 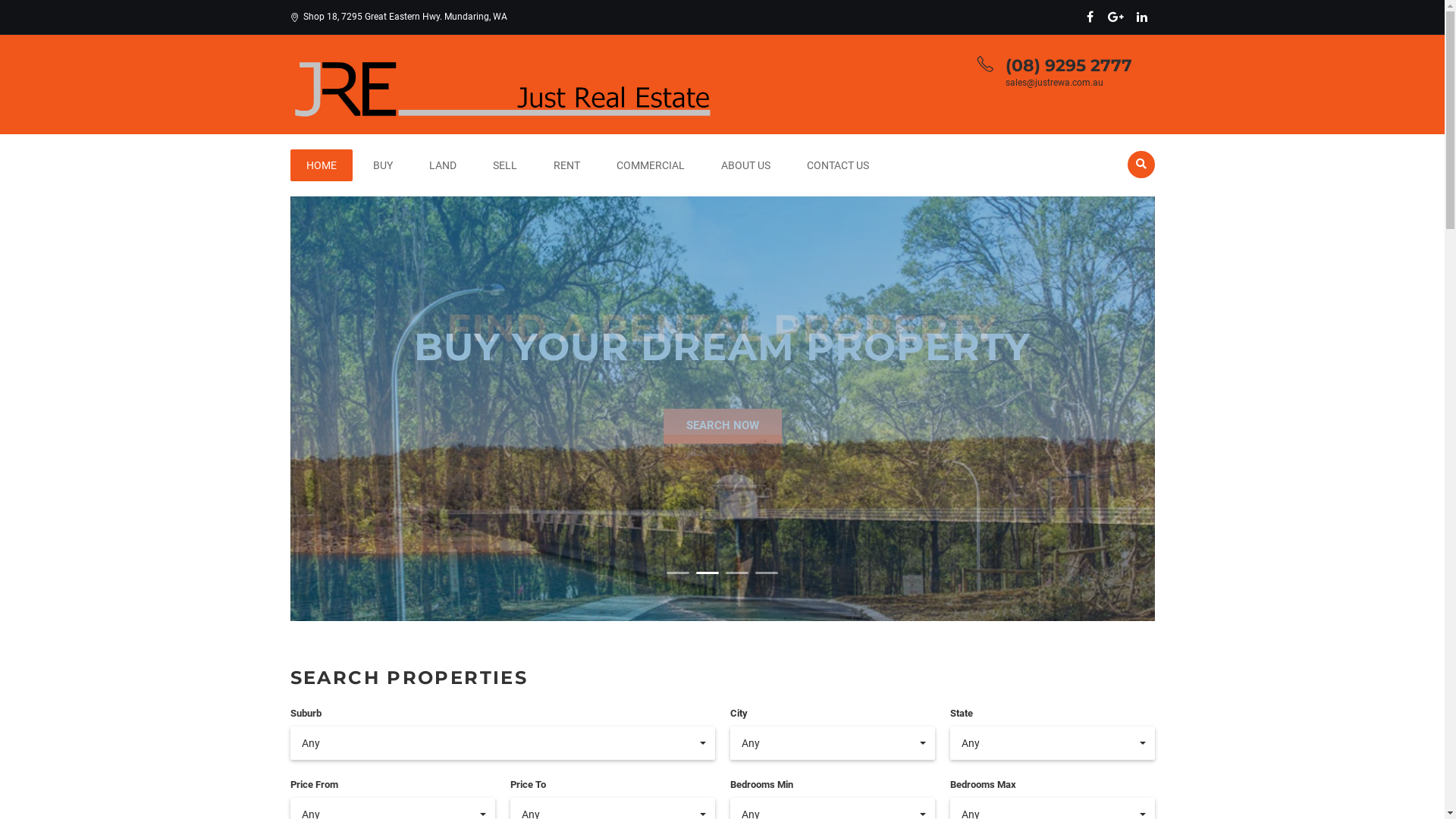 What do you see at coordinates (441, 165) in the screenshot?
I see `'LAND'` at bounding box center [441, 165].